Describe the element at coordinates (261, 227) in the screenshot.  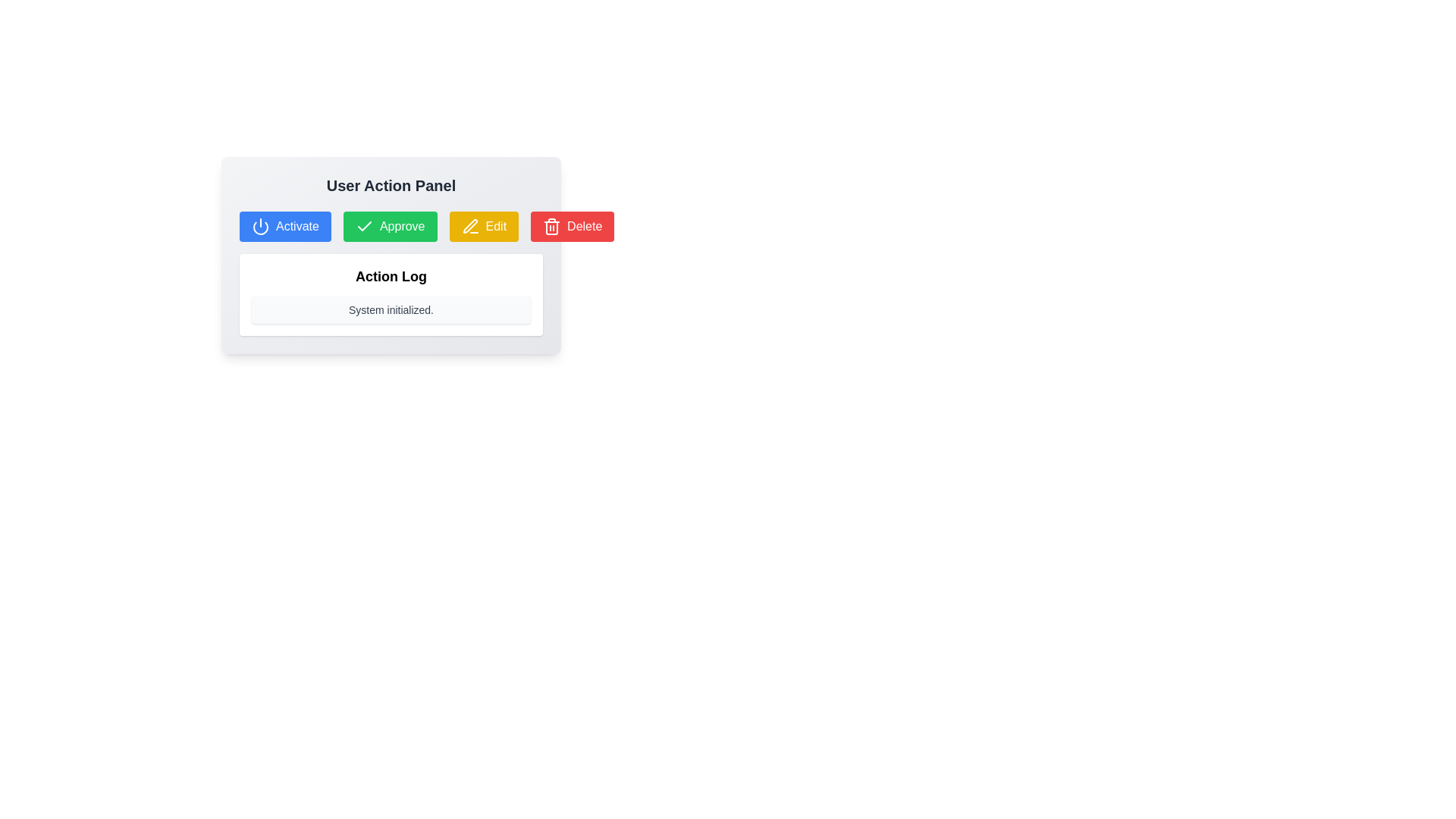
I see `the graphical power icon with a blue background located at the leftmost part of the 'Activate' button in the top-left area of the interface` at that location.